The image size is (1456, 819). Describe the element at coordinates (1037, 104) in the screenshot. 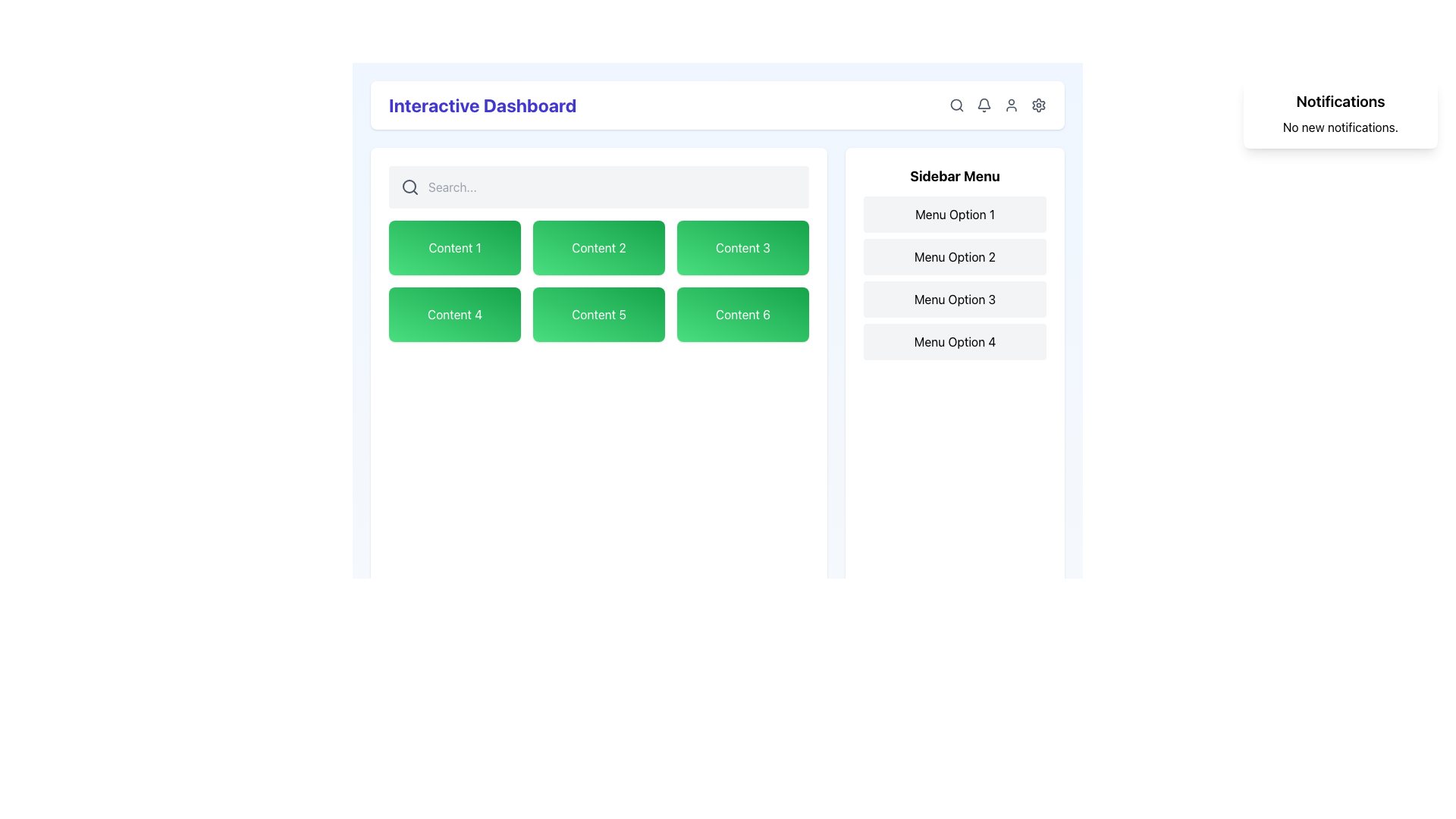

I see `the gear-shaped settings icon located in the top-right corner of the interface` at that location.